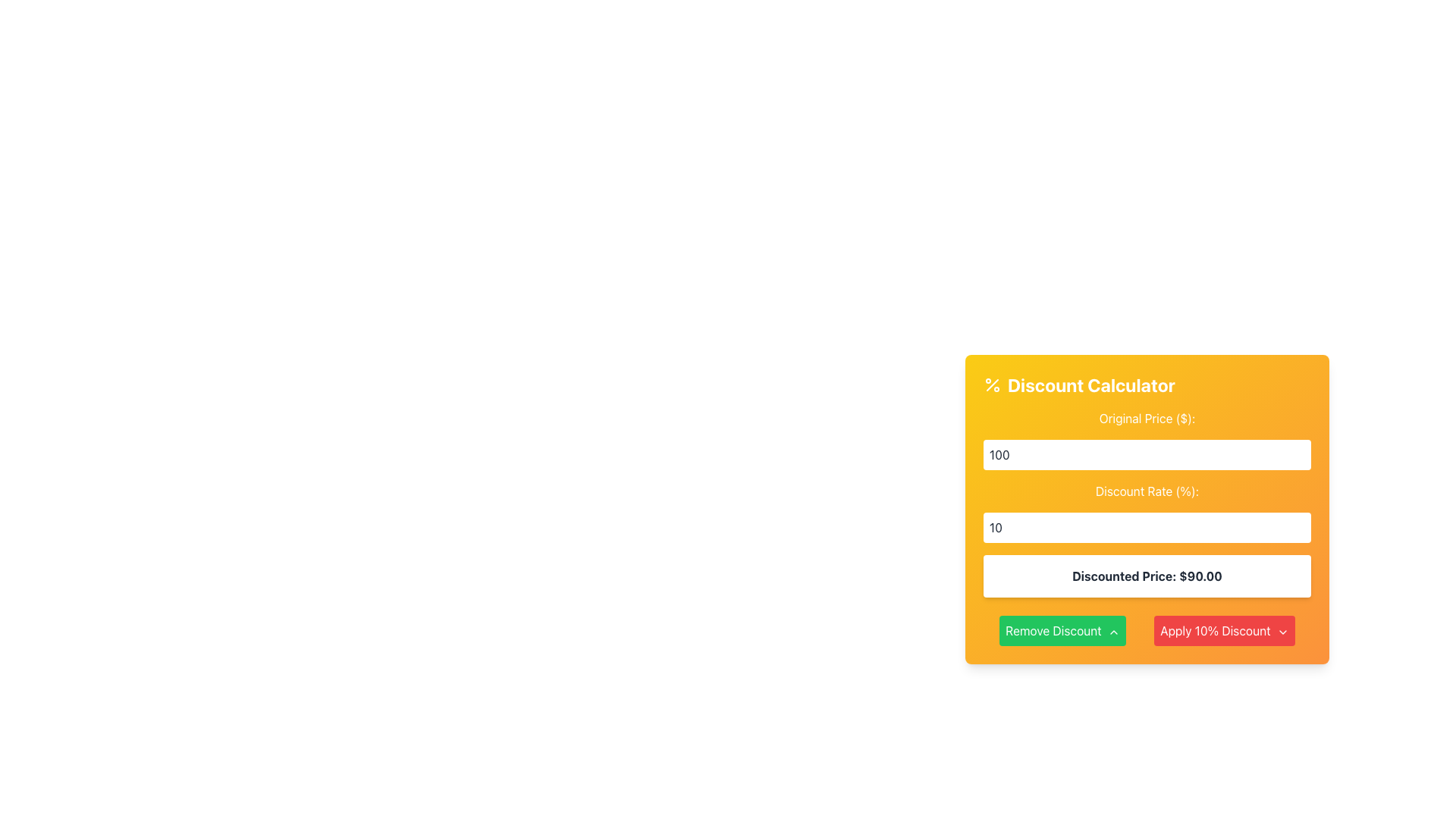  I want to click on the non-interactive graphic icon representing a percentage in the top left corner of the 'Discount Calculator' panel, so click(993, 384).